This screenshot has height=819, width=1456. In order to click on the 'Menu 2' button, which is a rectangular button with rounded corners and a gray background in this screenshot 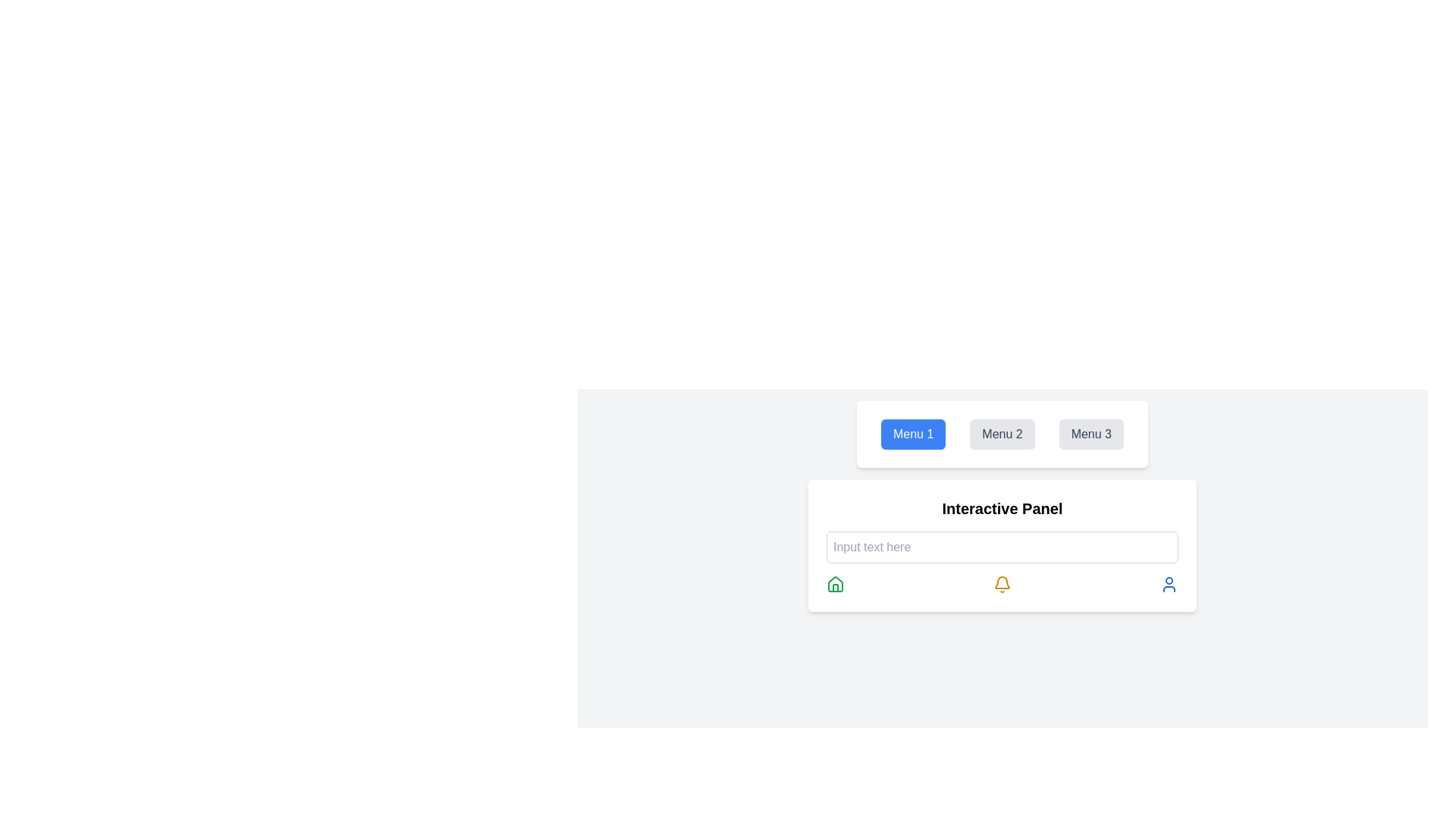, I will do `click(1002, 435)`.